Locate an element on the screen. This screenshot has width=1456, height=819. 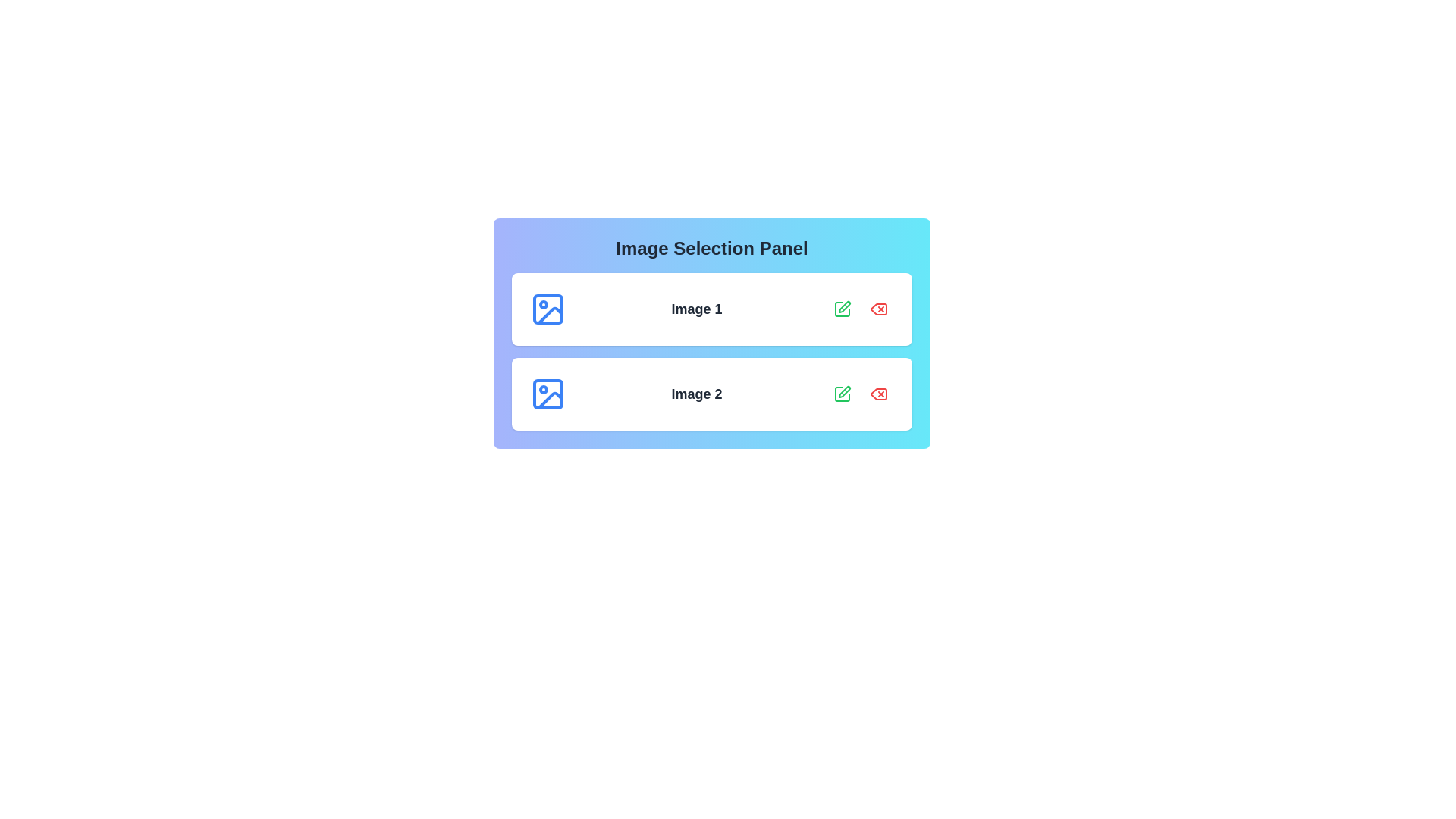
the delete button/icon located at the far right end of the list item row labeled 'Image 1' is located at coordinates (878, 309).